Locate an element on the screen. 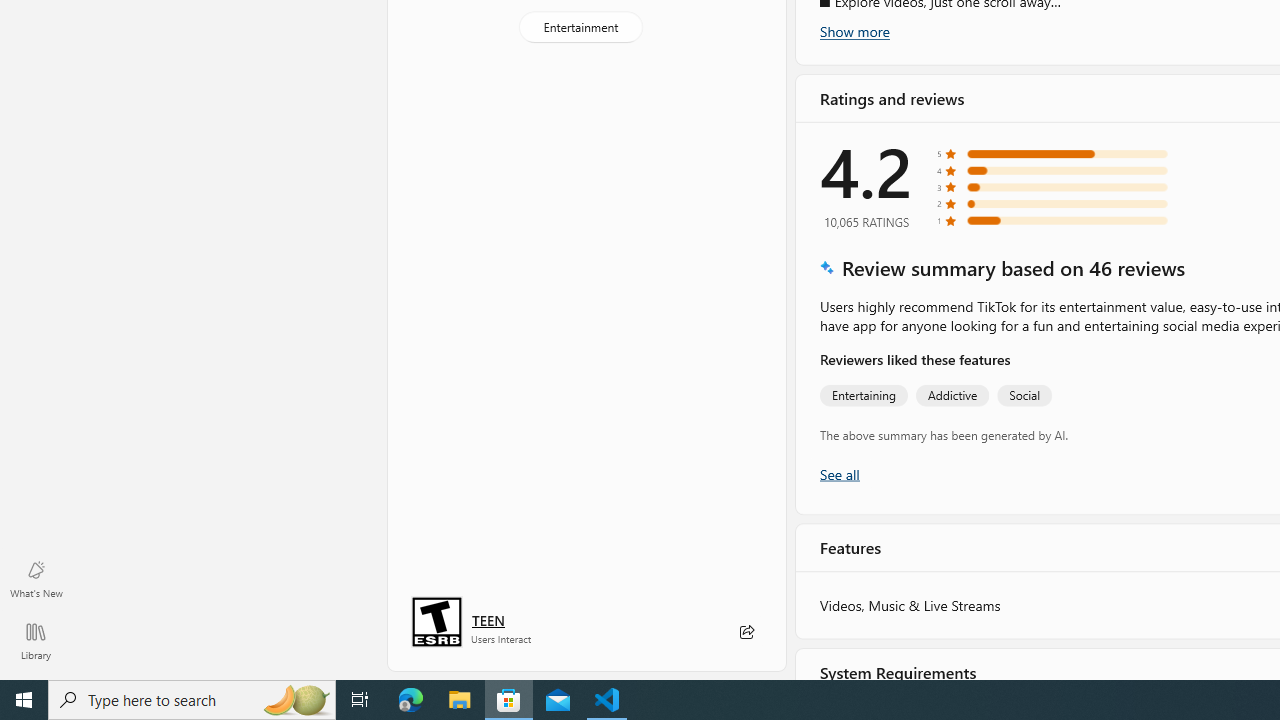 The image size is (1280, 720). 'Share' is located at coordinates (745, 632).